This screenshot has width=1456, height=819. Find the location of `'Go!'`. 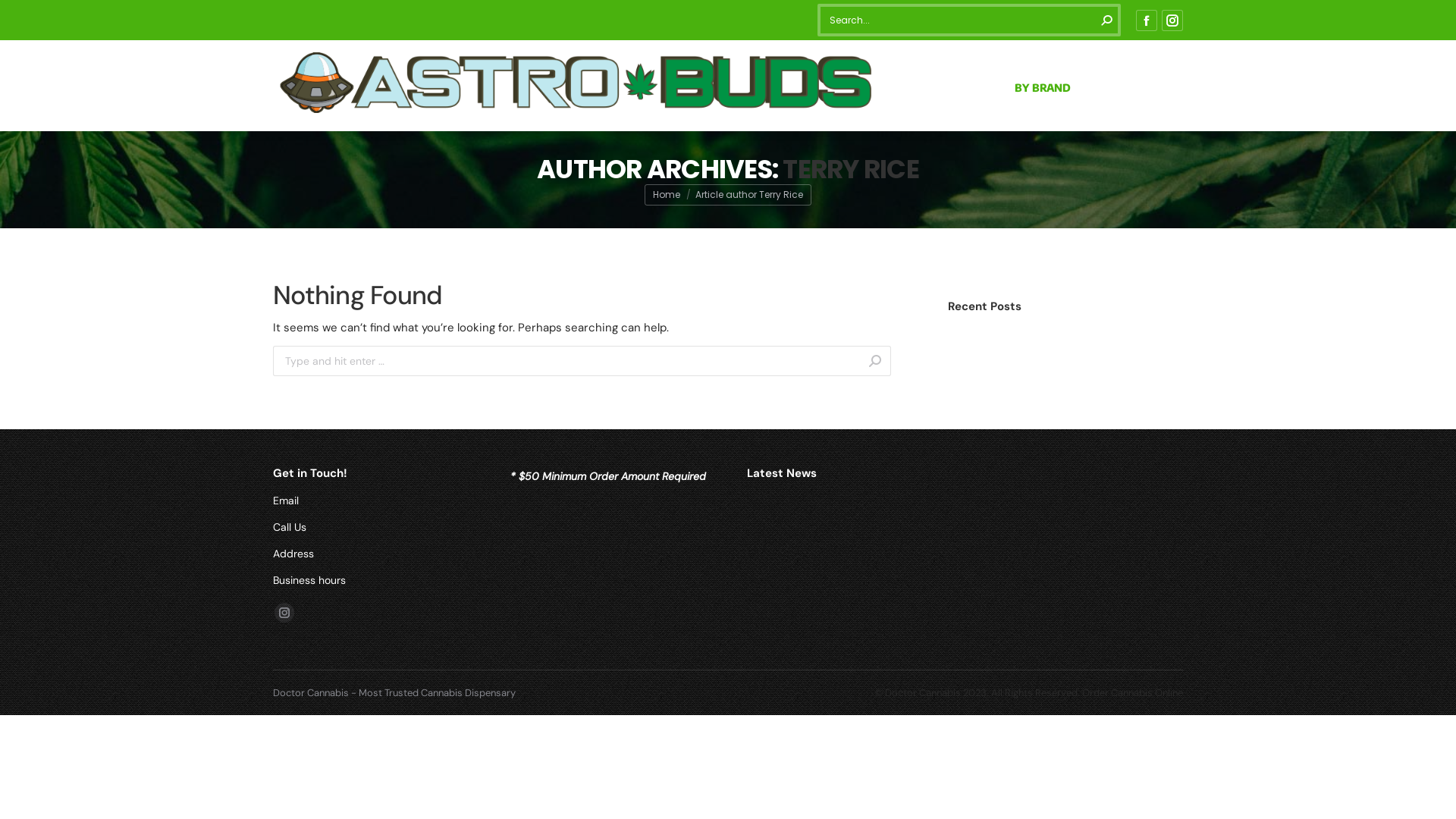

'Go!' is located at coordinates (24, 17).